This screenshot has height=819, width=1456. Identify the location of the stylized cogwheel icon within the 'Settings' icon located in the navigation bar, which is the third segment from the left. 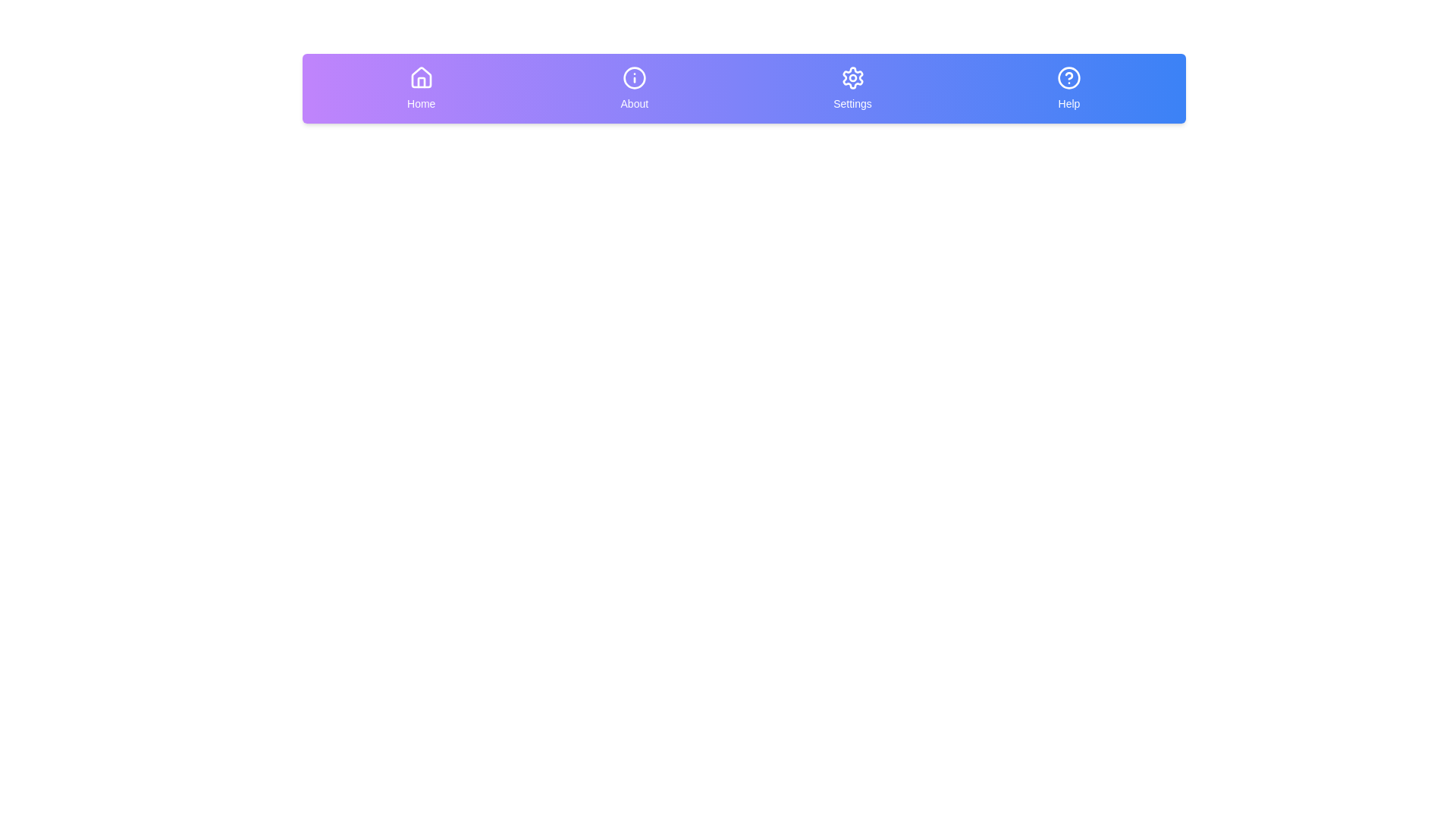
(852, 78).